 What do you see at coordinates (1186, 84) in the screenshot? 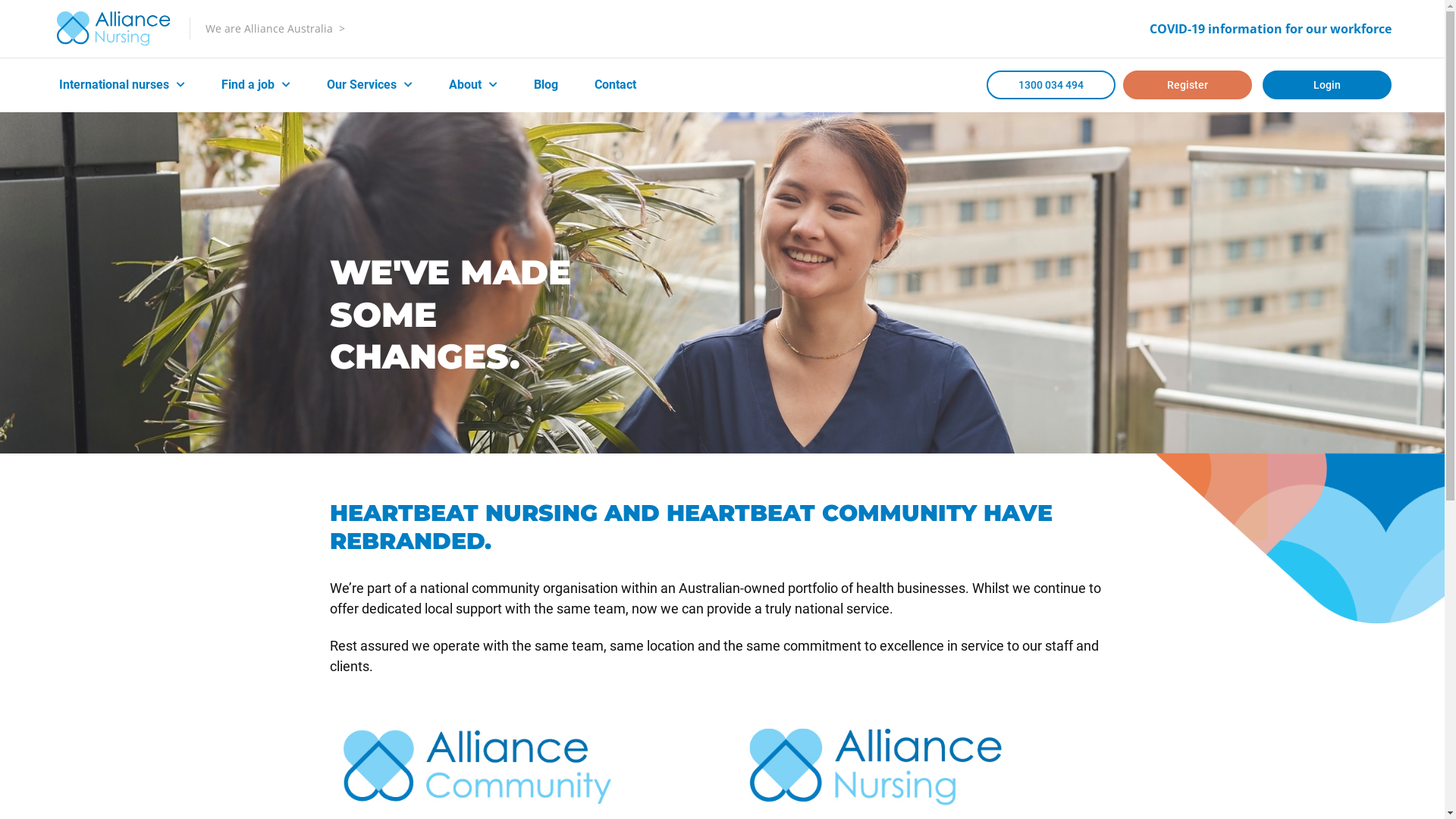
I see `'Register'` at bounding box center [1186, 84].